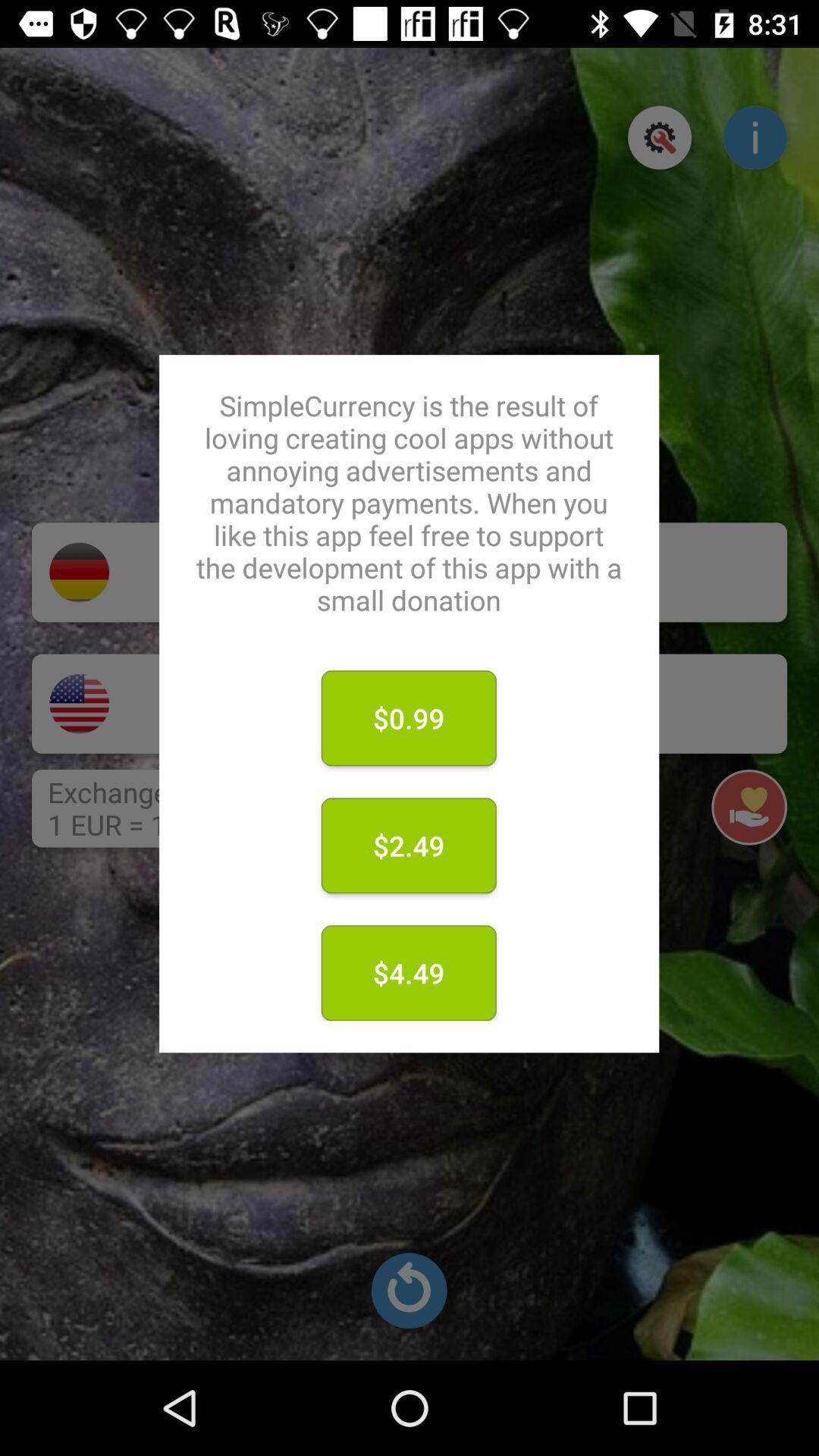  What do you see at coordinates (408, 1290) in the screenshot?
I see `the refresh icon` at bounding box center [408, 1290].